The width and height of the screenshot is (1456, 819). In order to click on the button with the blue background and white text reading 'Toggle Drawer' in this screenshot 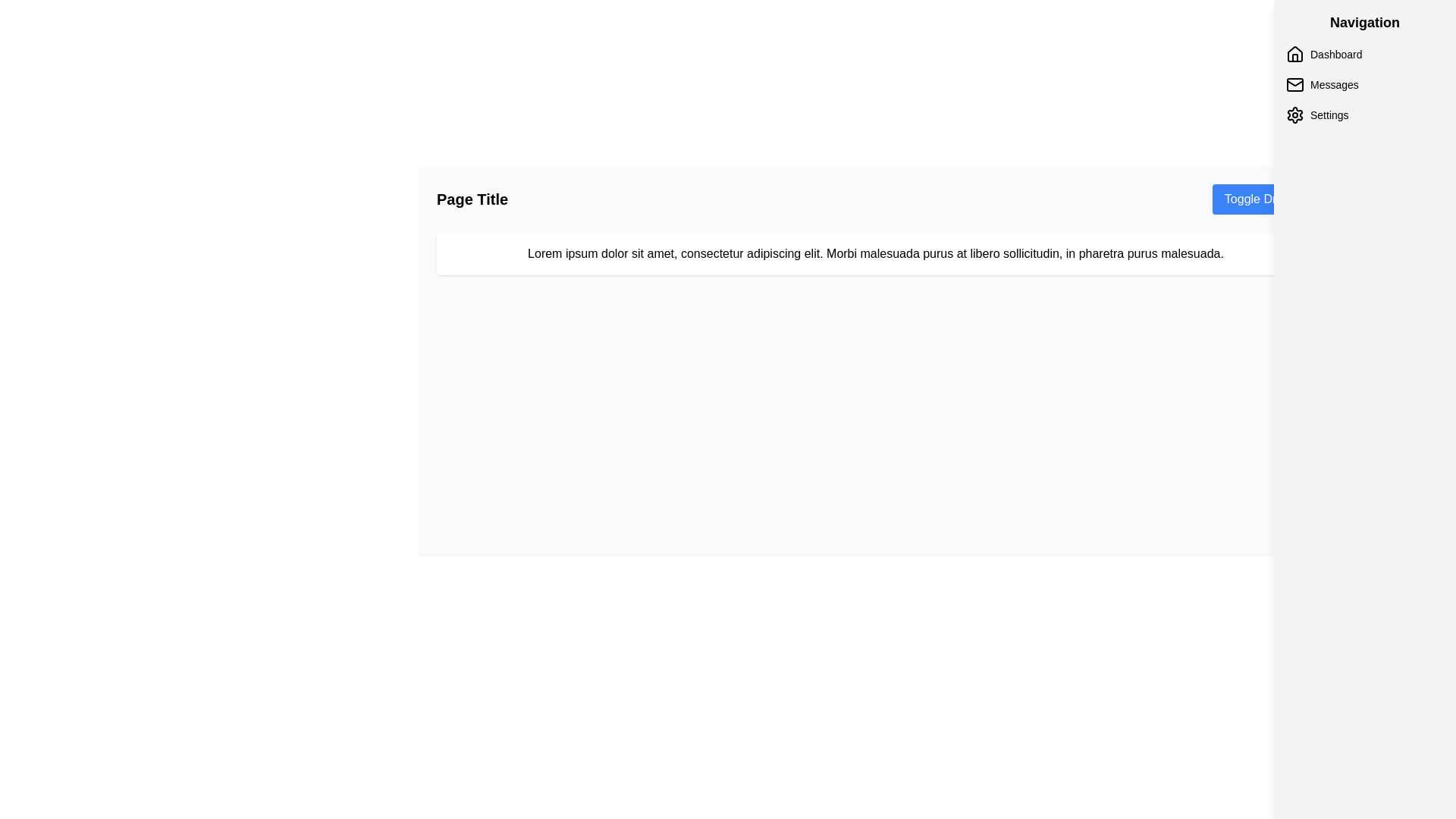, I will do `click(1263, 198)`.